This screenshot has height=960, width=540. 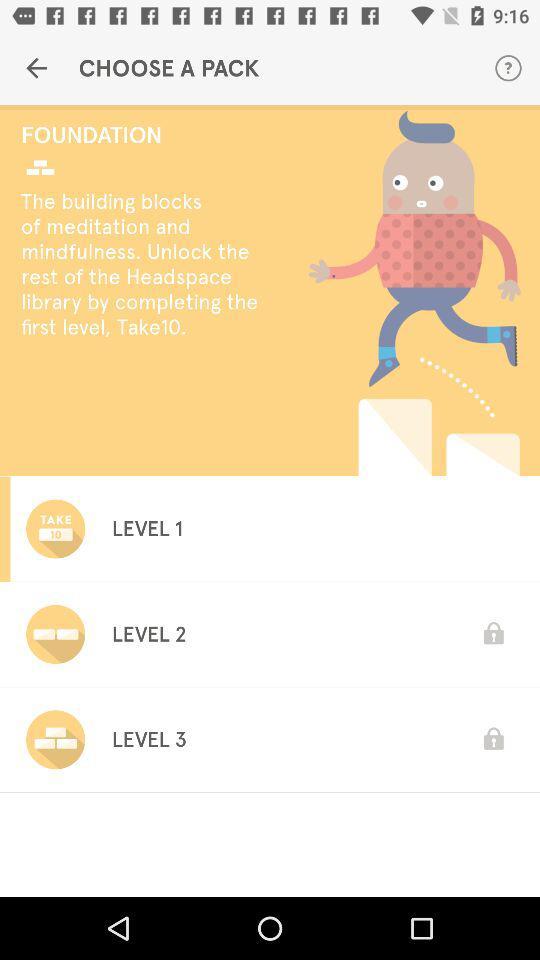 What do you see at coordinates (148, 633) in the screenshot?
I see `the icon below the level 1` at bounding box center [148, 633].